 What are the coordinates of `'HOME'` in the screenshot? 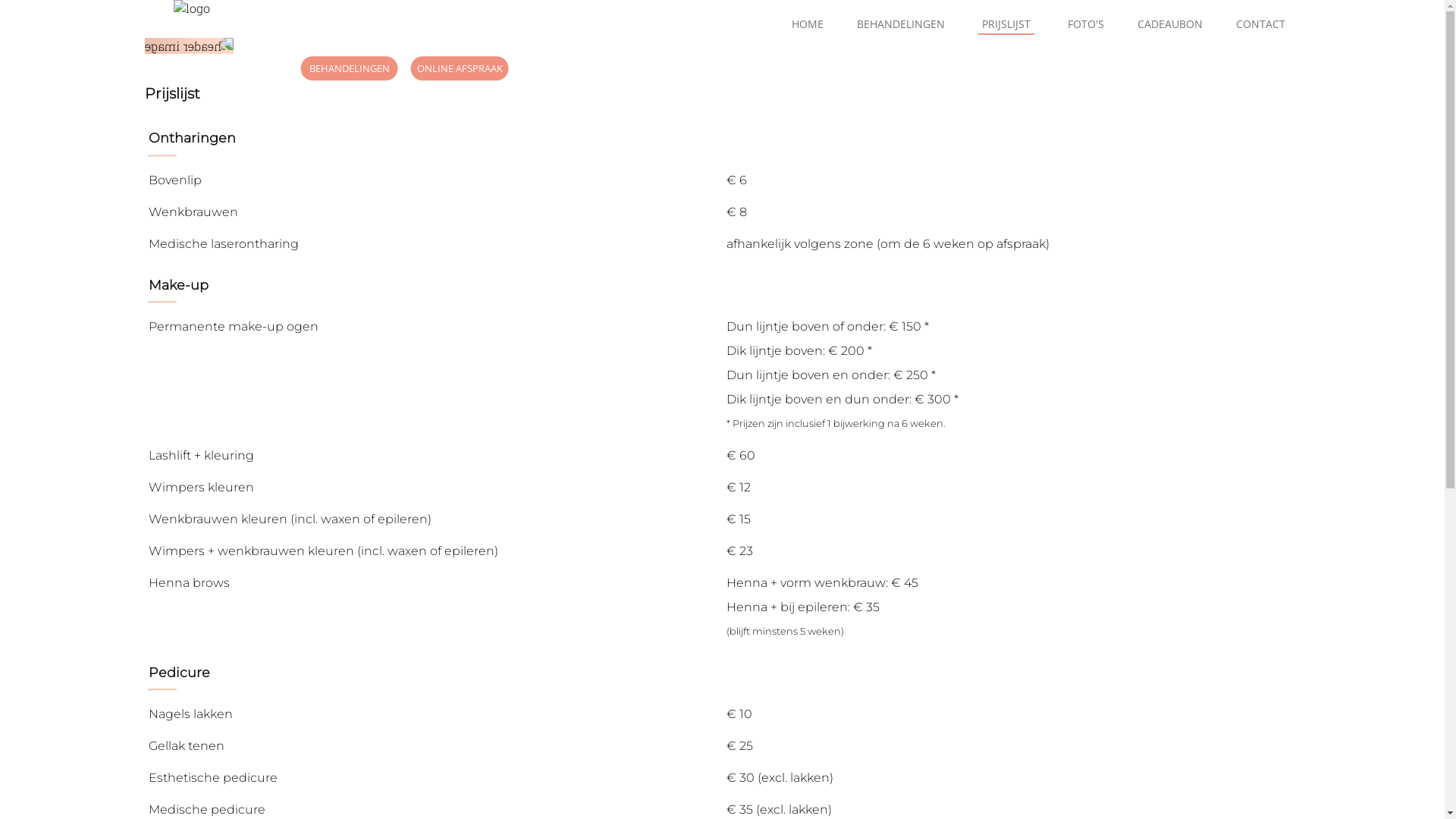 It's located at (790, 24).